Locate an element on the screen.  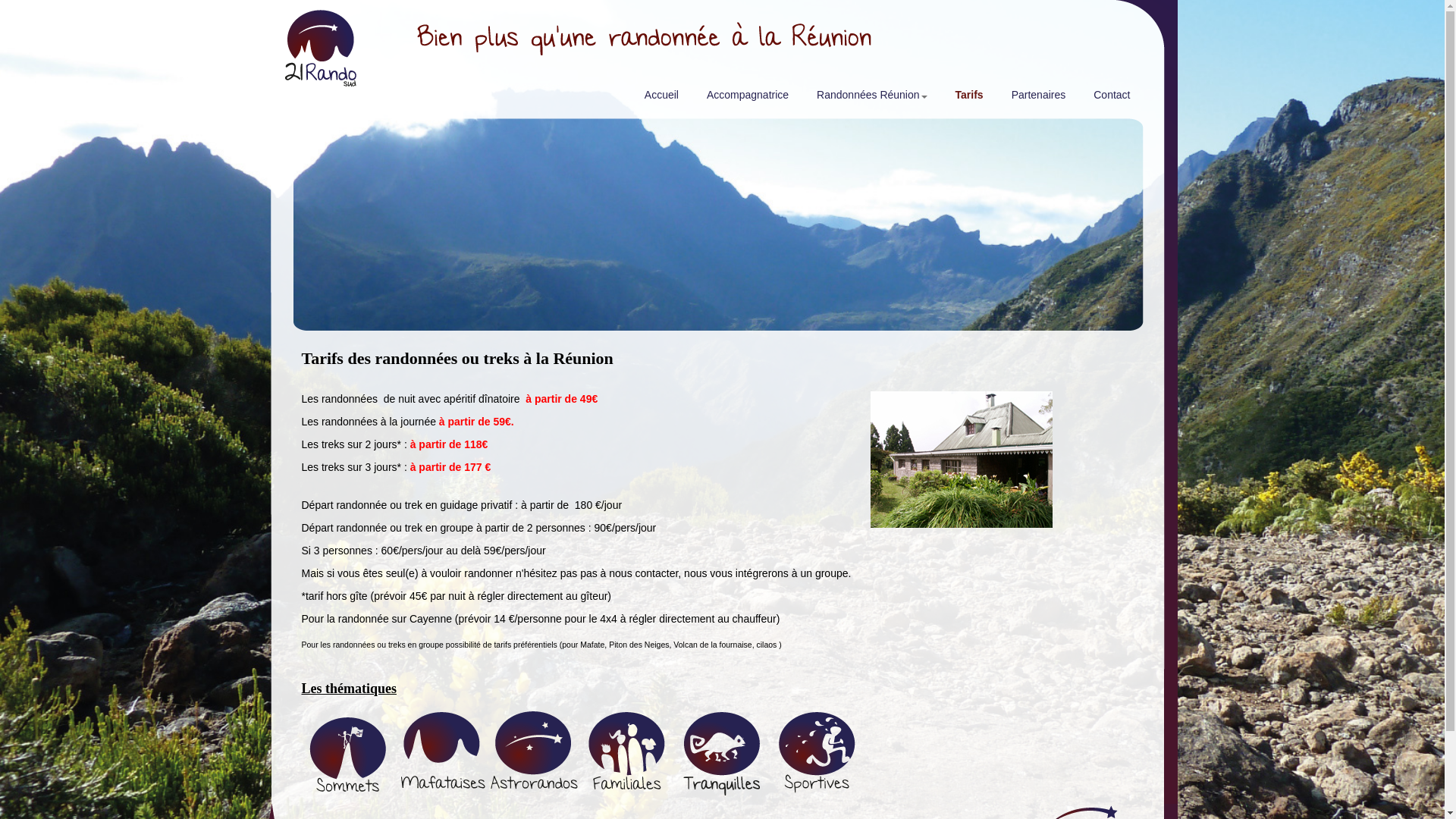
'Tarifs' is located at coordinates (967, 99).